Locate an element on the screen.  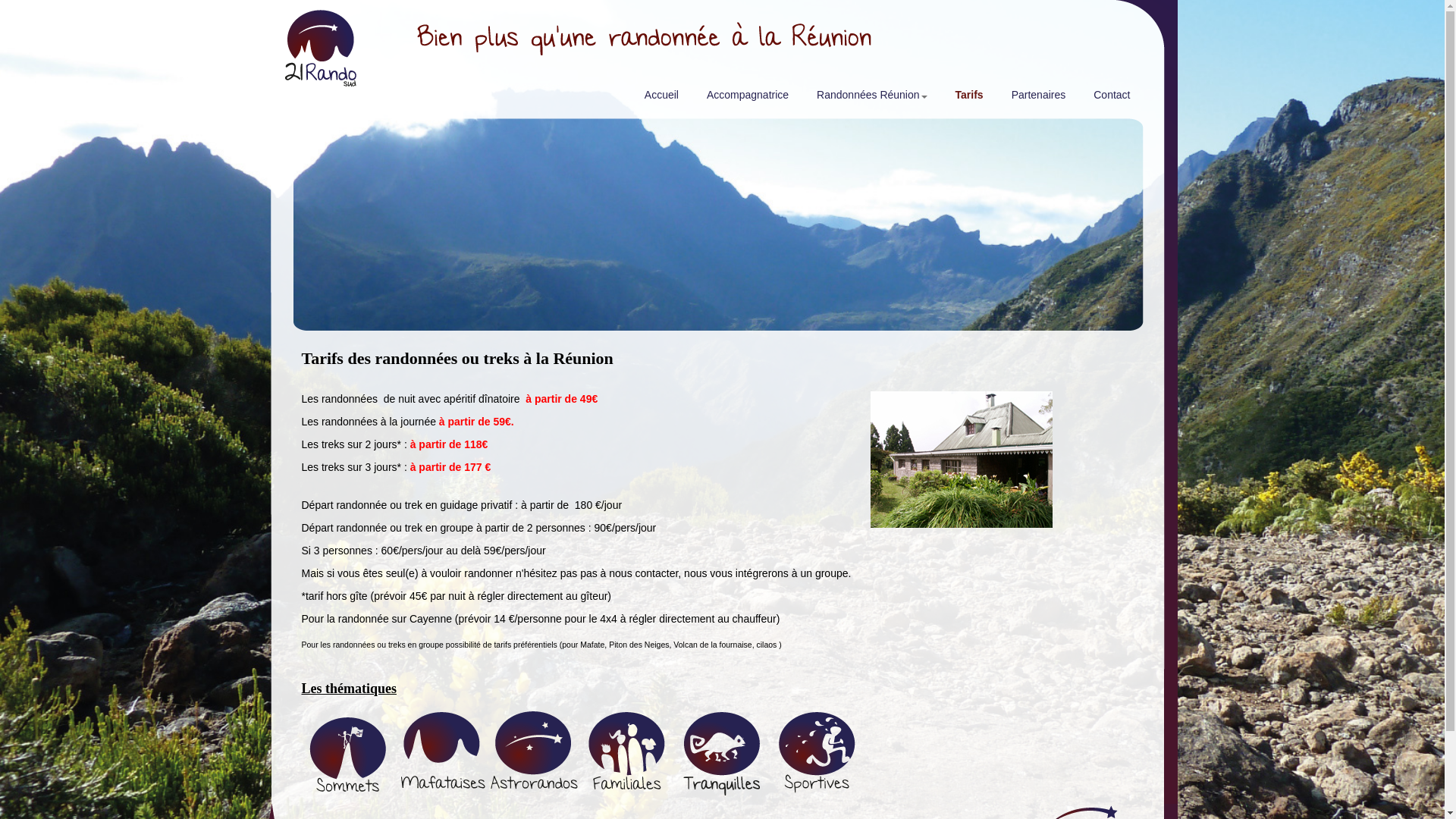
'Tarifs' is located at coordinates (967, 99).